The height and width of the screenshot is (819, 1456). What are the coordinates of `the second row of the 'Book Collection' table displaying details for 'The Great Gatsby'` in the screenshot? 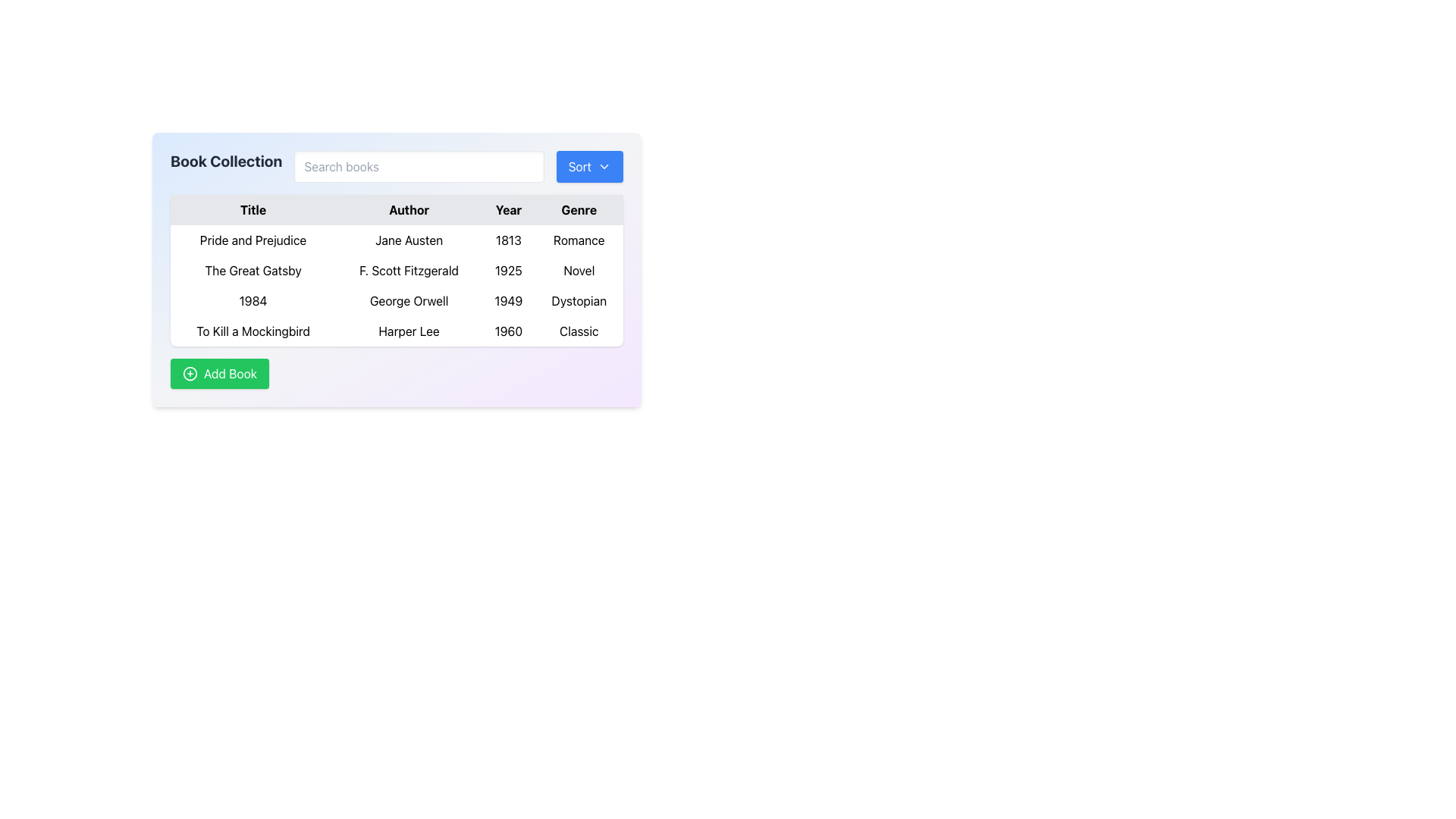 It's located at (397, 270).